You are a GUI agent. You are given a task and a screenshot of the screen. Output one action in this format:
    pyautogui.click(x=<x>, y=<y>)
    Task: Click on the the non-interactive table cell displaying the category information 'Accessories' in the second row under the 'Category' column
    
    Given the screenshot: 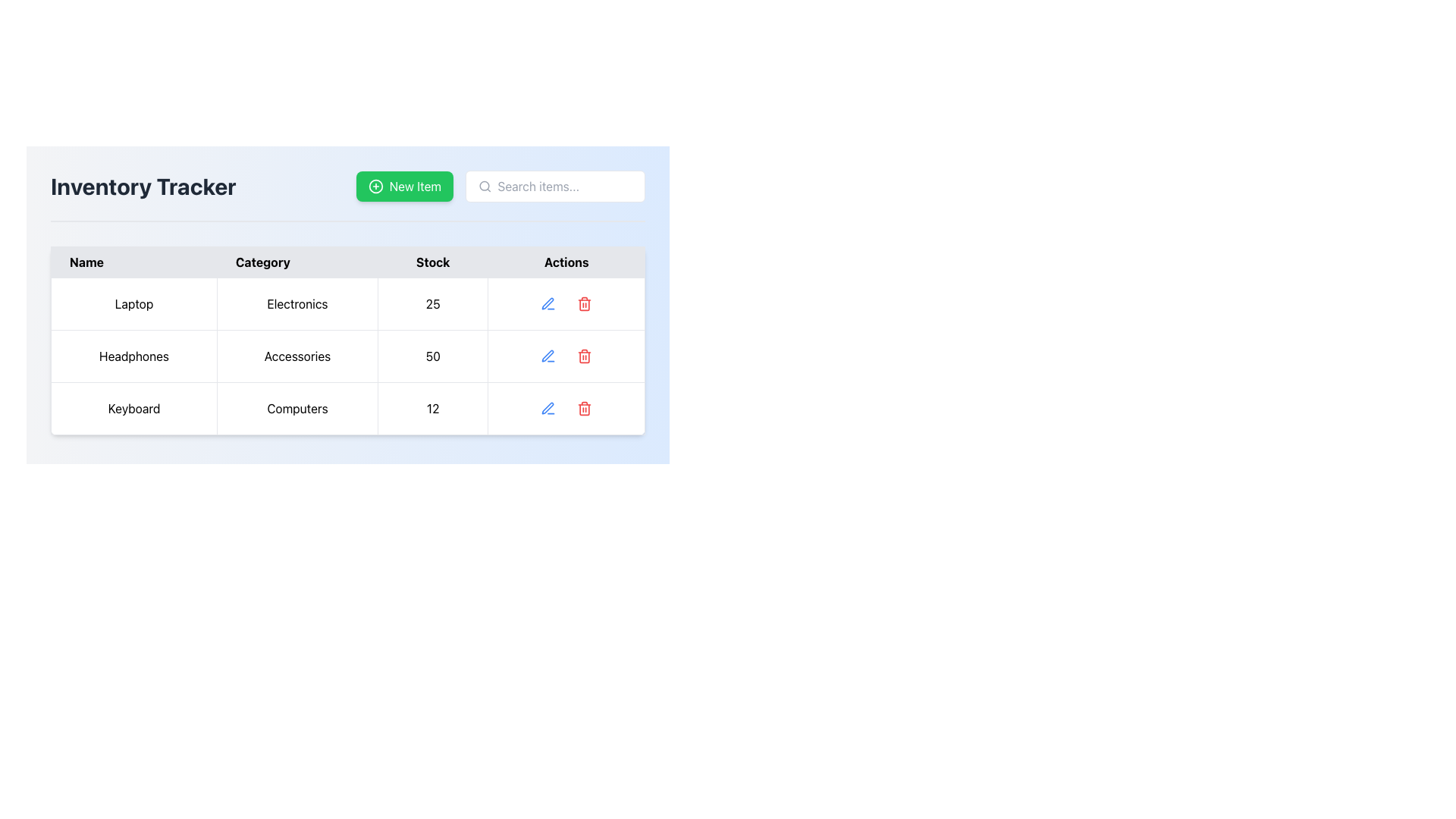 What is the action you would take?
    pyautogui.click(x=297, y=356)
    